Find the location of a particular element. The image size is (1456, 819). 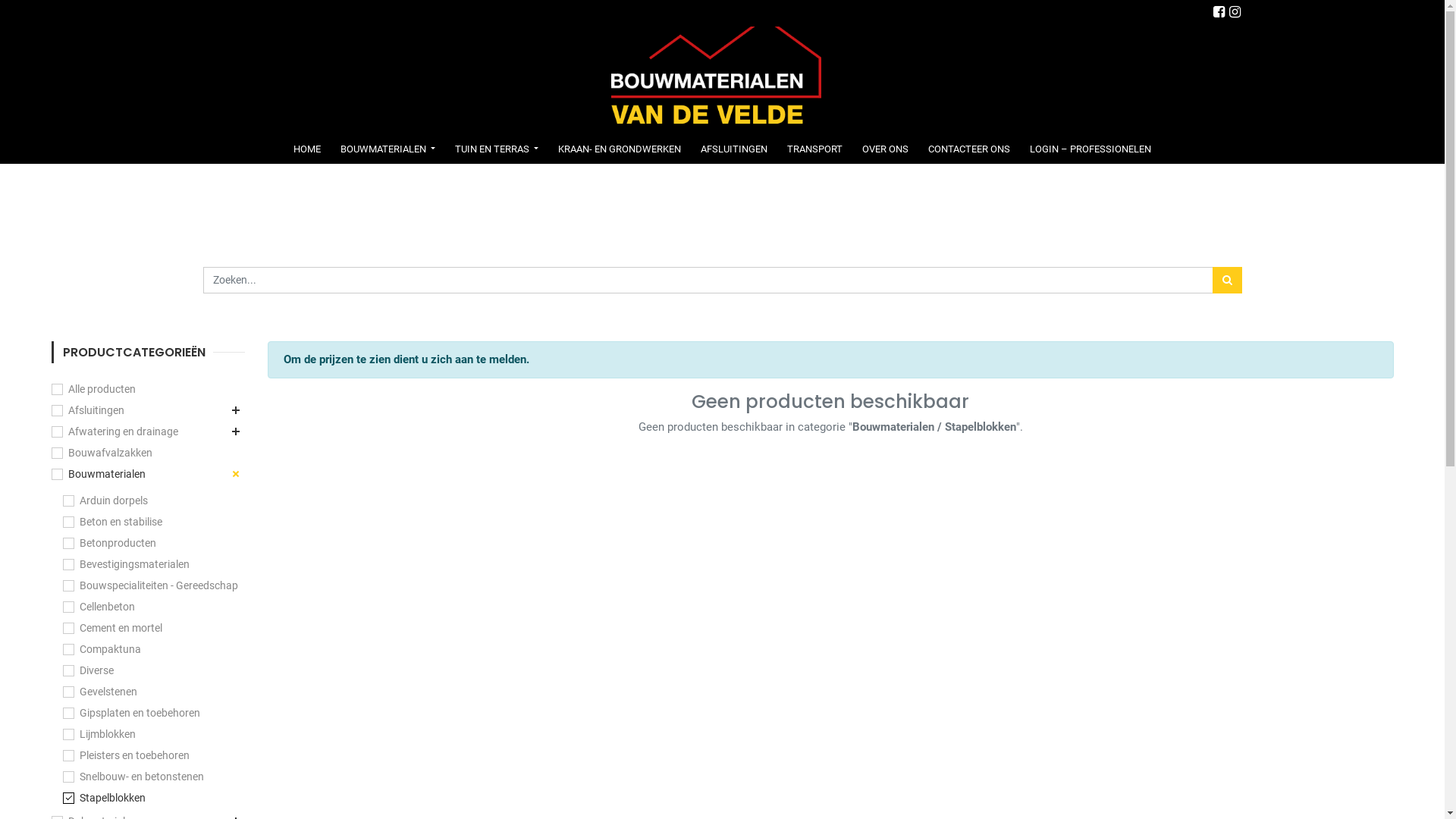

'TRANSPORT' is located at coordinates (814, 149).